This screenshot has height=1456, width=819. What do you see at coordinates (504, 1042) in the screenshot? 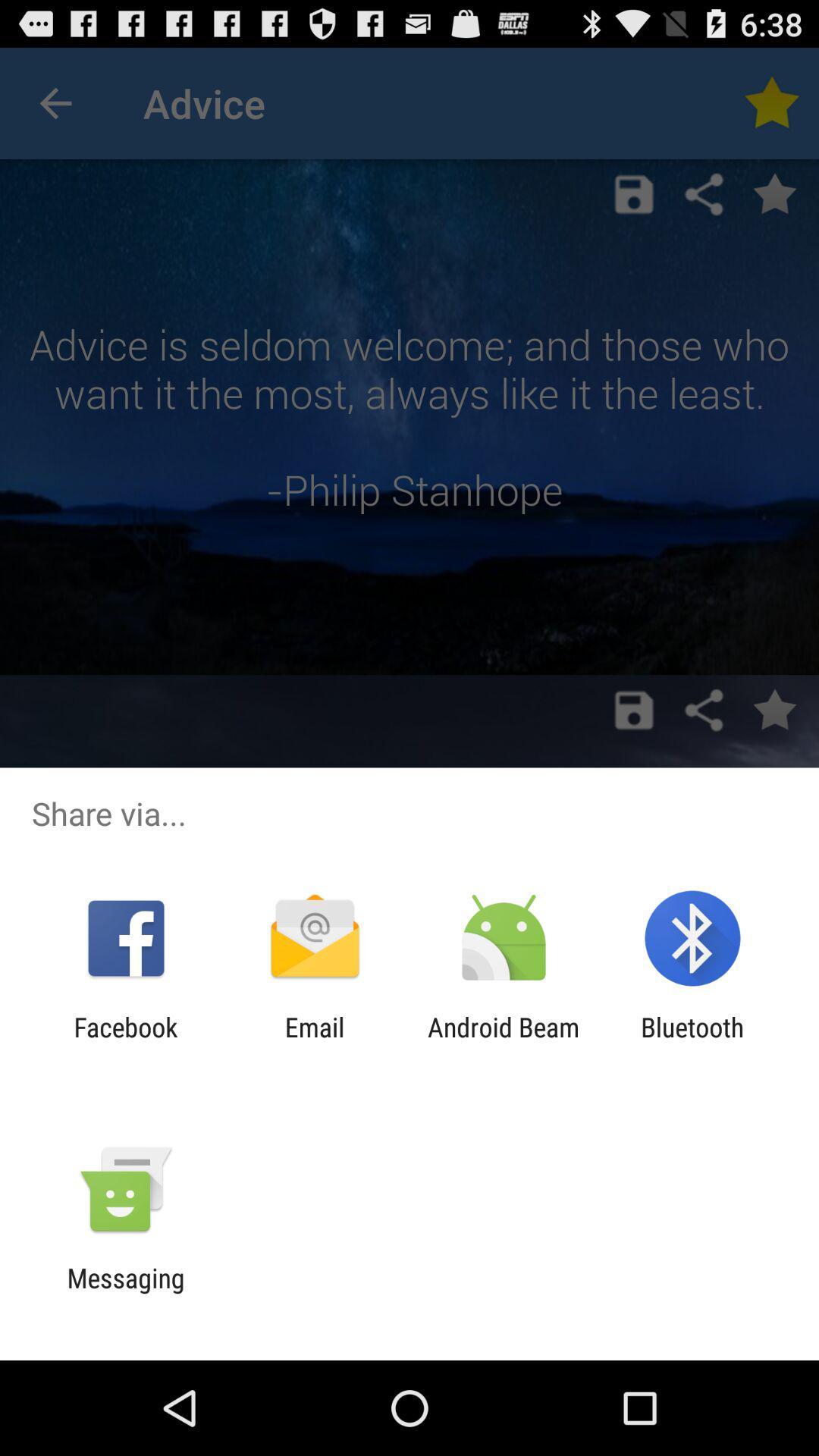
I see `the app next to the email icon` at bounding box center [504, 1042].